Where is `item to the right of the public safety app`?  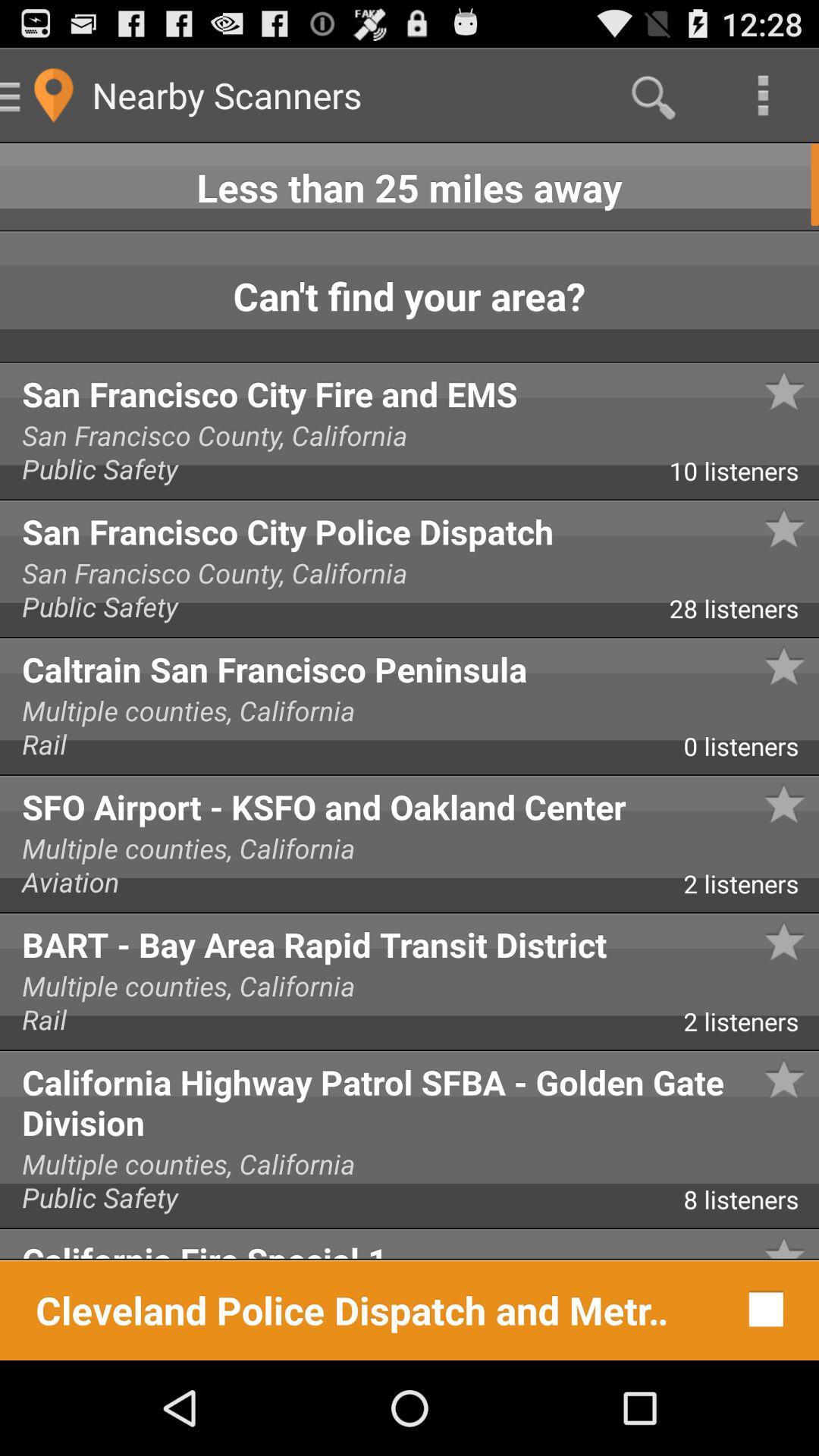 item to the right of the public safety app is located at coordinates (743, 614).